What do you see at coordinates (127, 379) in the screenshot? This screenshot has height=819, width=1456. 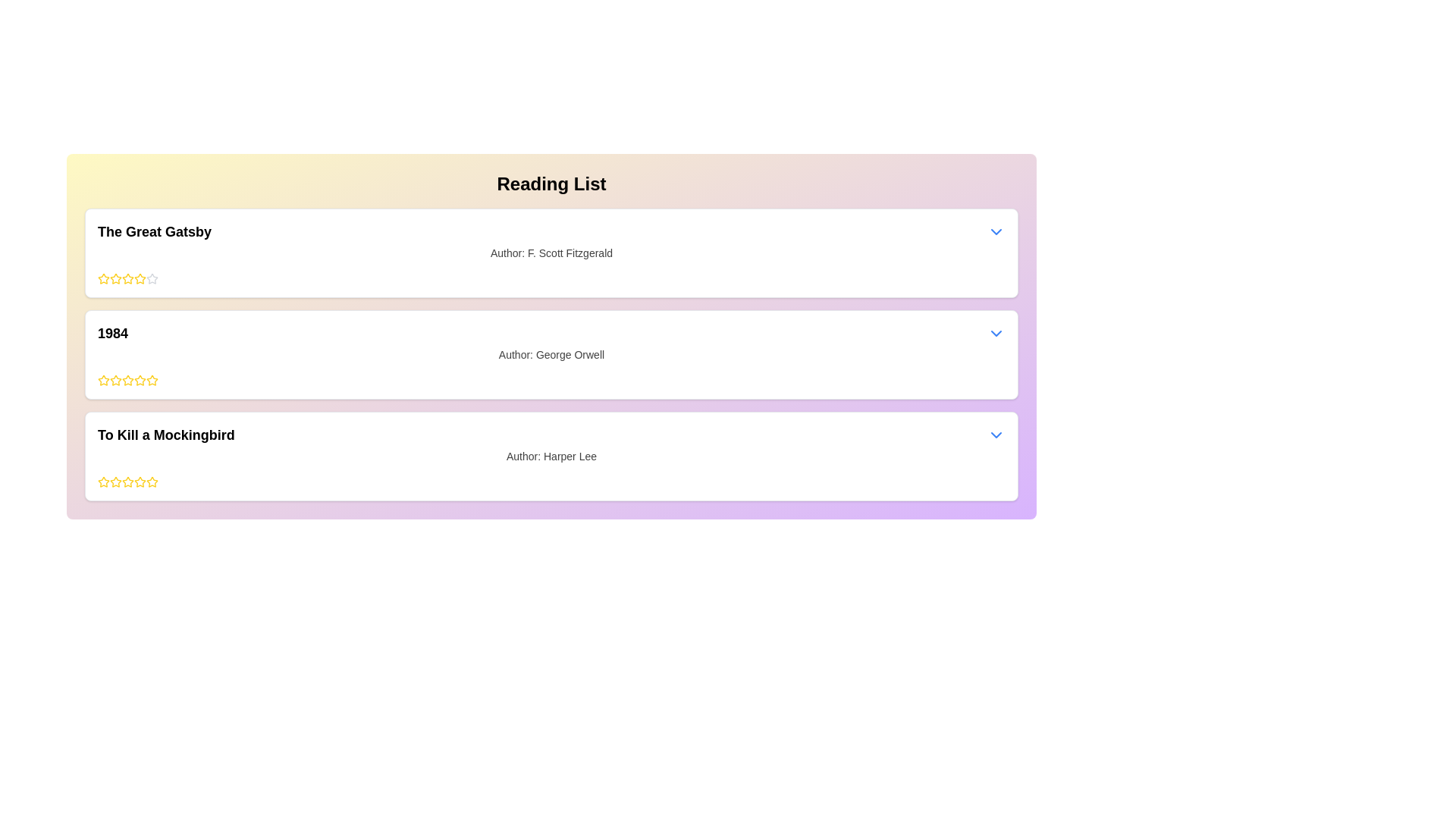 I see `the third yellow outlined star in the rating system under the text '1984' in the 'Reading List' interface` at bounding box center [127, 379].